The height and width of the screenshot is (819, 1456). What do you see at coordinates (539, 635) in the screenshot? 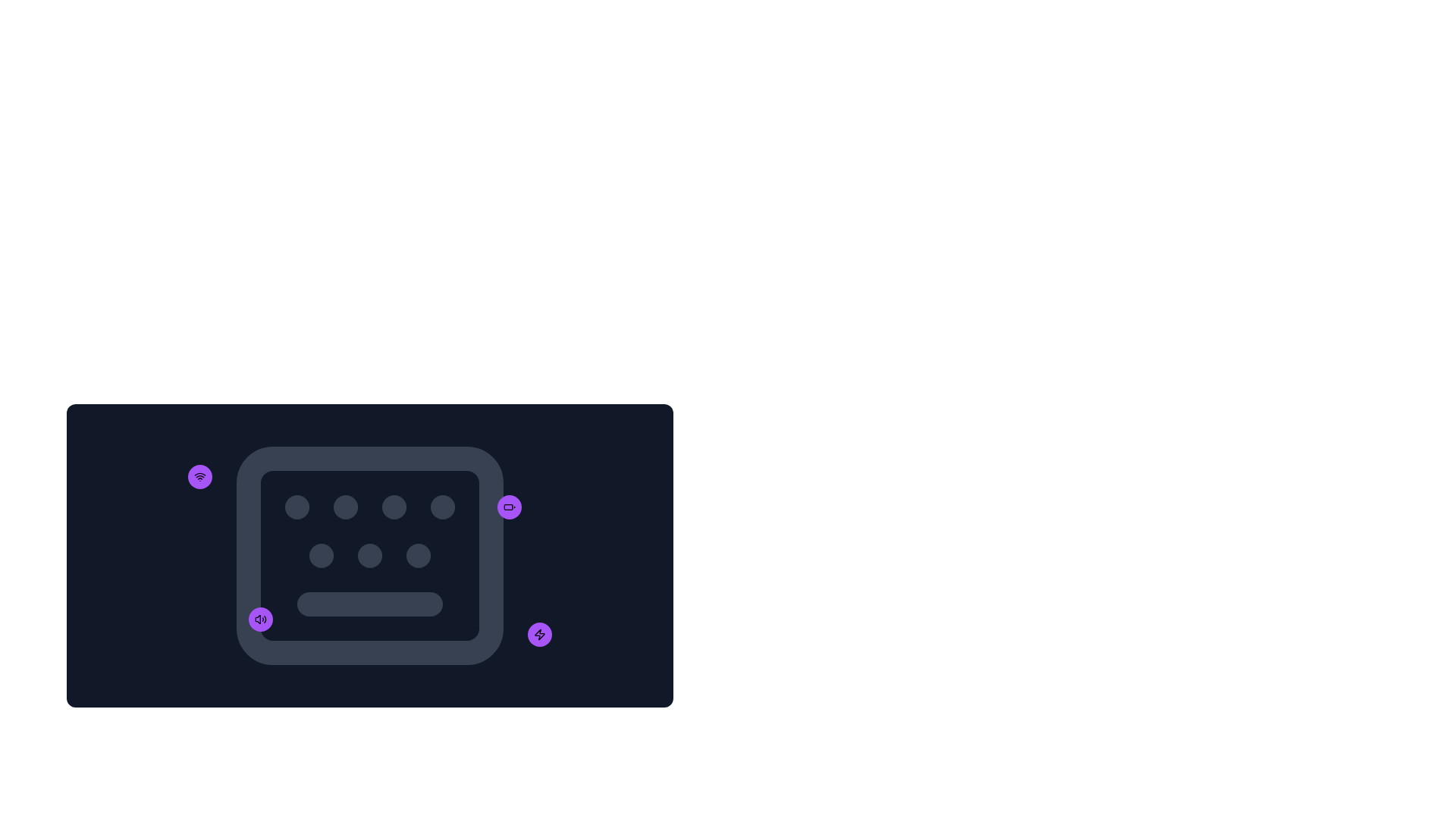
I see `the circular purple button with a black lightning bolt icon in the bottom-right corner` at bounding box center [539, 635].